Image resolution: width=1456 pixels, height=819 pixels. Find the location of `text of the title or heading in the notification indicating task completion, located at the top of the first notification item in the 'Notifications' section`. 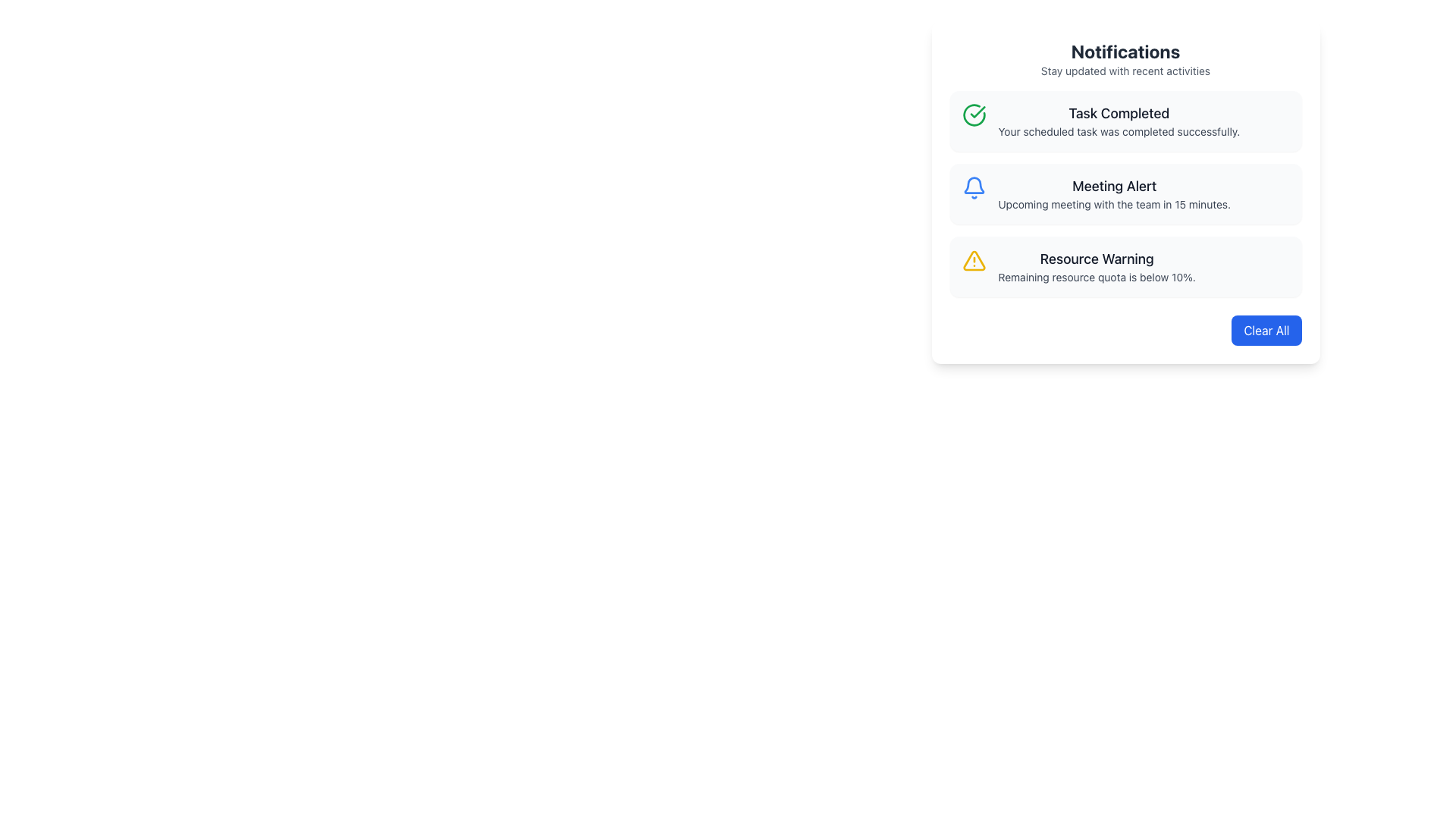

text of the title or heading in the notification indicating task completion, located at the top of the first notification item in the 'Notifications' section is located at coordinates (1119, 113).